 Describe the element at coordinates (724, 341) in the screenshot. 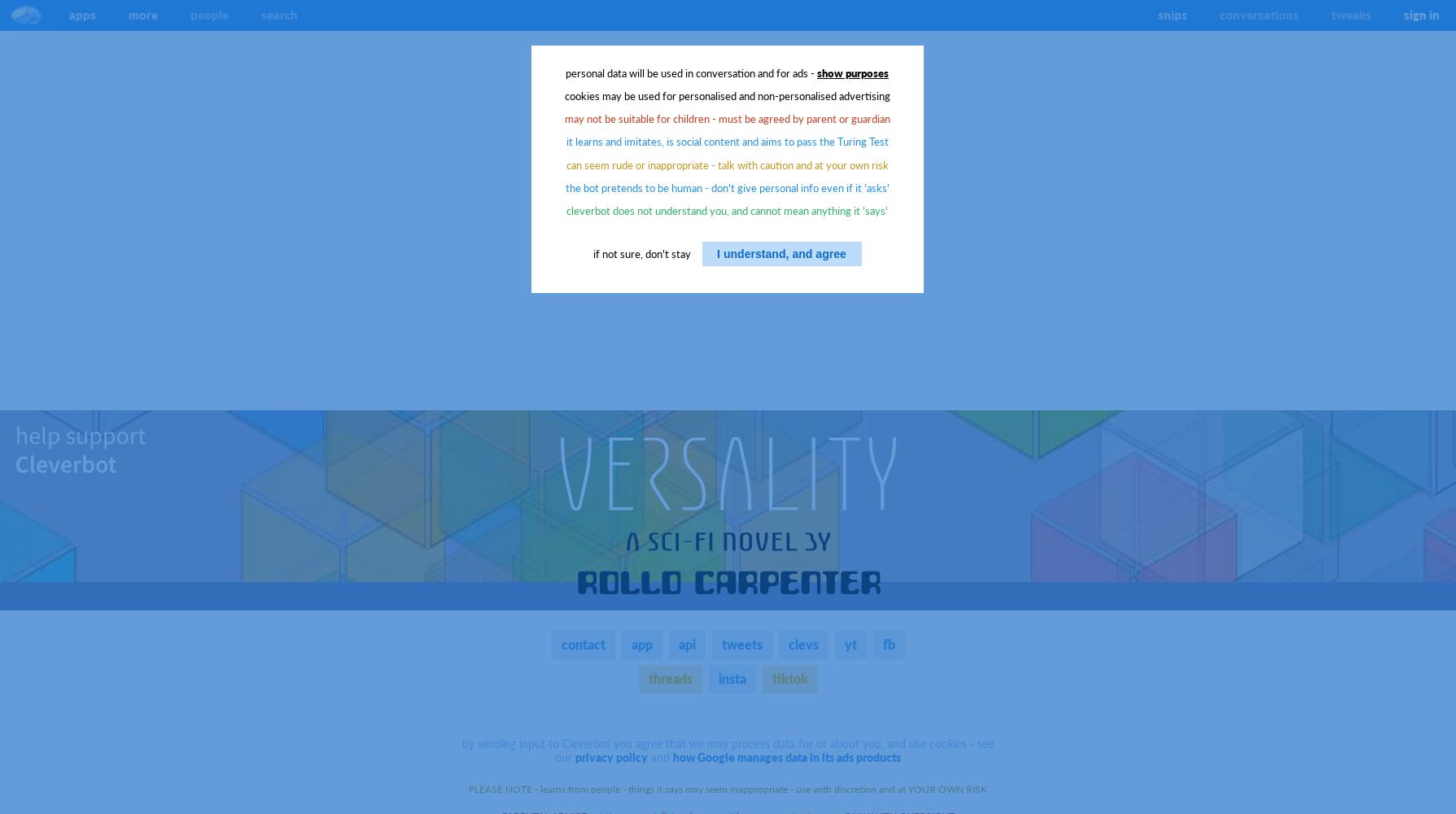

I see `'Advertisers will never know the contents of your conversations, but their own cookies, if your browser and its settings allow, may be used to track activity and purchasing behaviour across multiple sites, and such information means you may see personalised and non-personalised ads.'` at that location.